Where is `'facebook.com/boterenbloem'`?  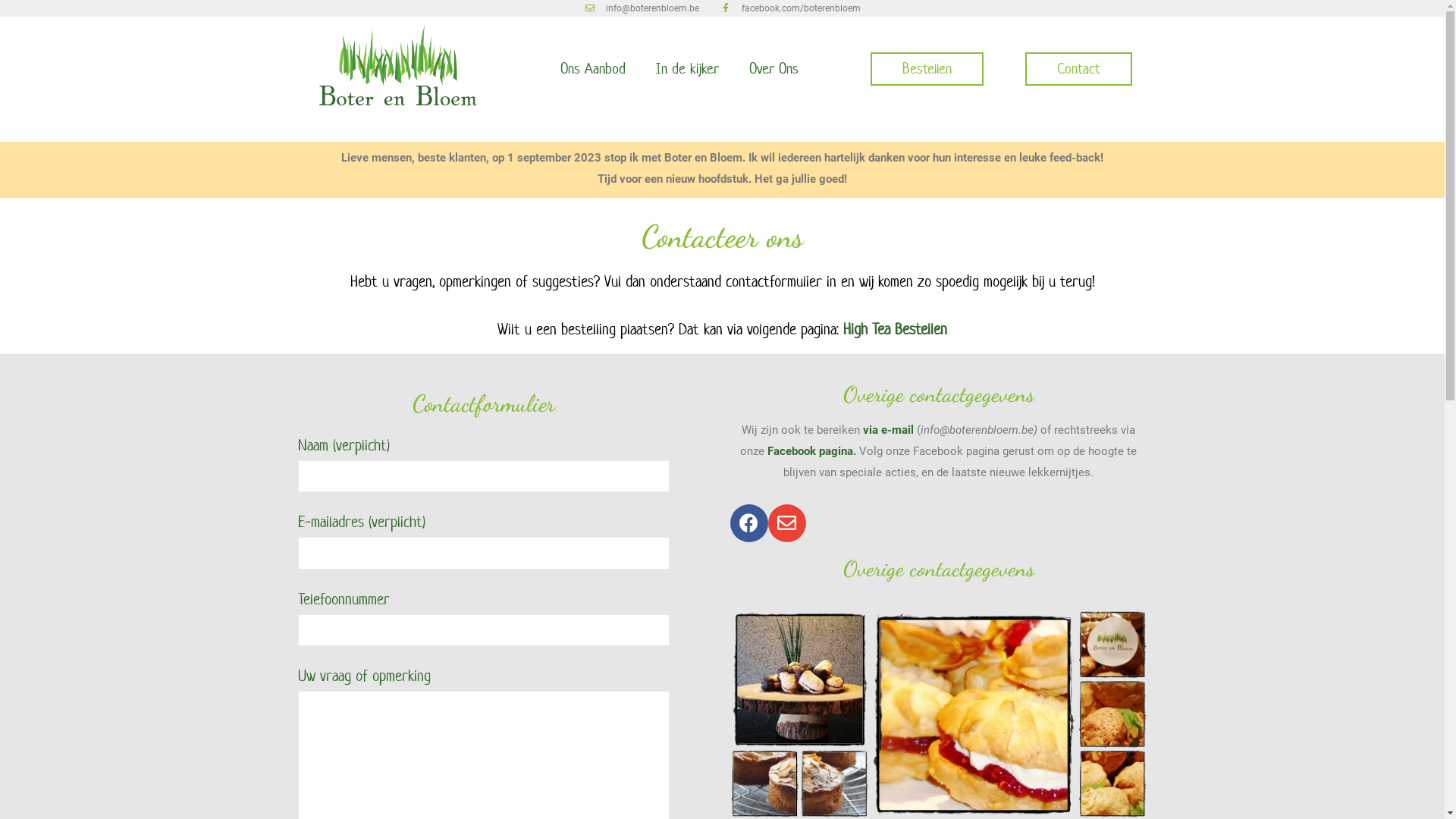 'facebook.com/boterenbloem' is located at coordinates (789, 8).